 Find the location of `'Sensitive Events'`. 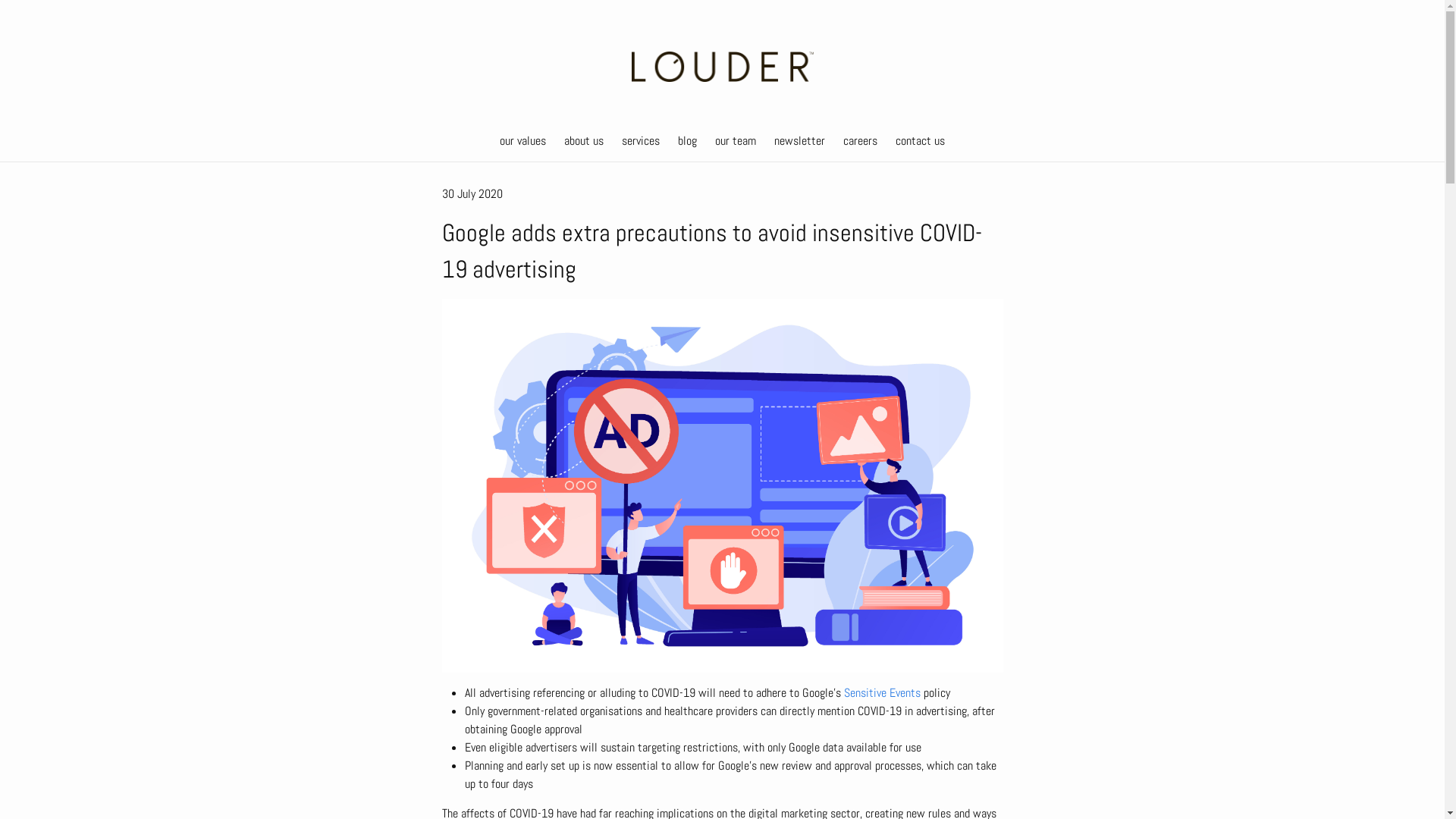

'Sensitive Events' is located at coordinates (881, 692).